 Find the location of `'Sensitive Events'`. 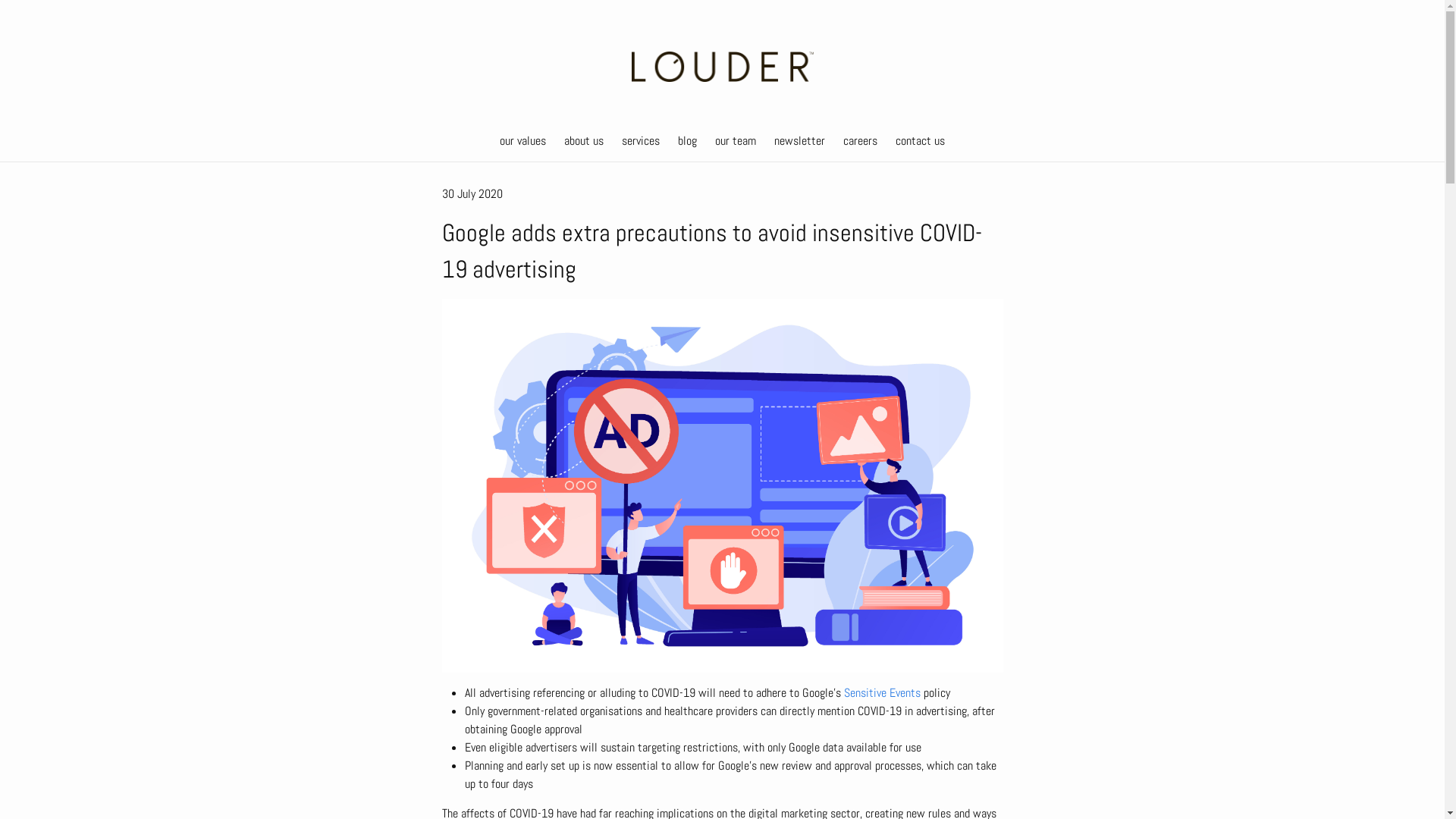

'Sensitive Events' is located at coordinates (881, 692).